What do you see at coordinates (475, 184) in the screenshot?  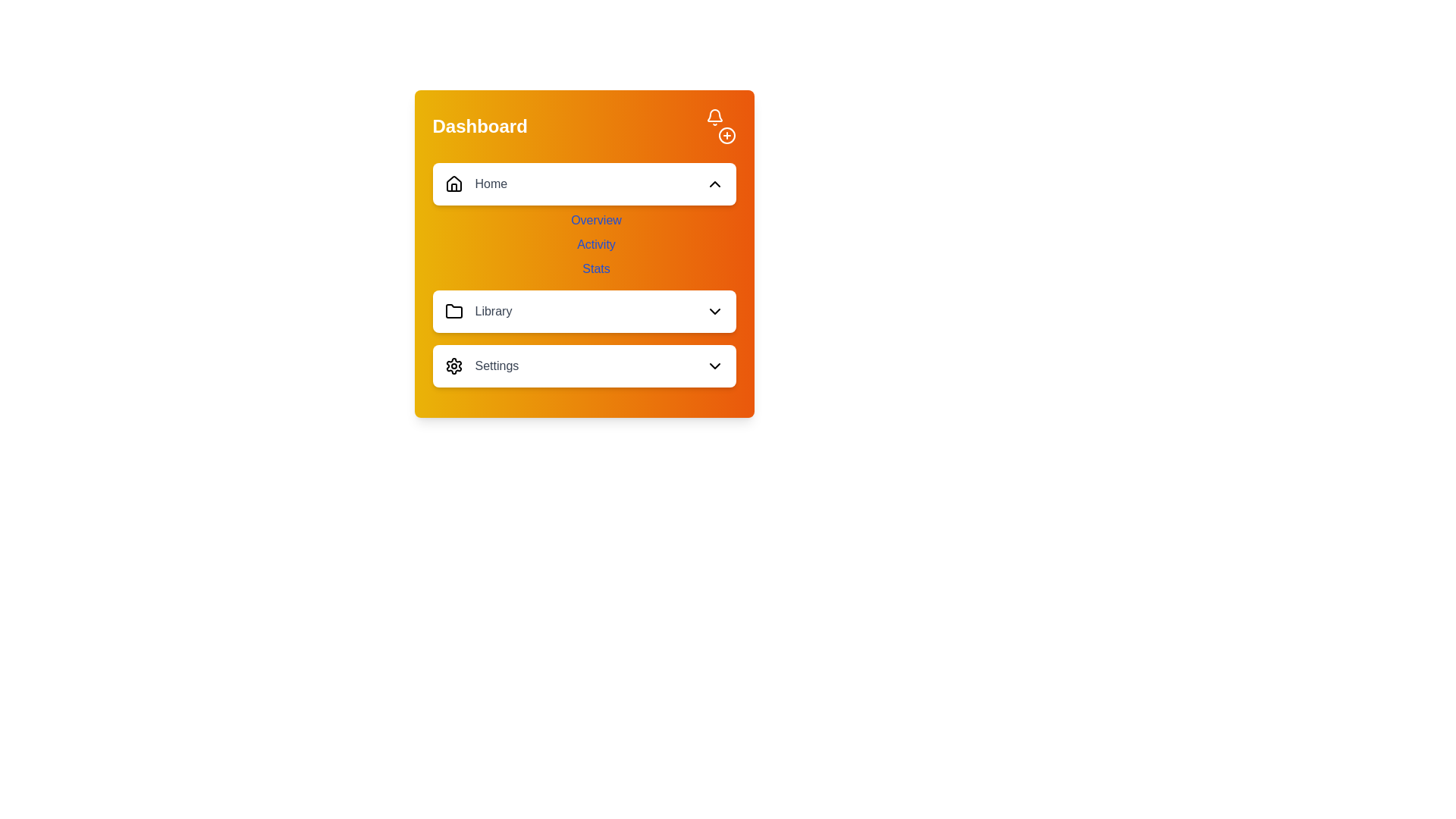 I see `the Navigation button with a house icon and the word 'Home' located in the sidebar menu, positioned below 'Dashboard' and above 'Library'` at bounding box center [475, 184].